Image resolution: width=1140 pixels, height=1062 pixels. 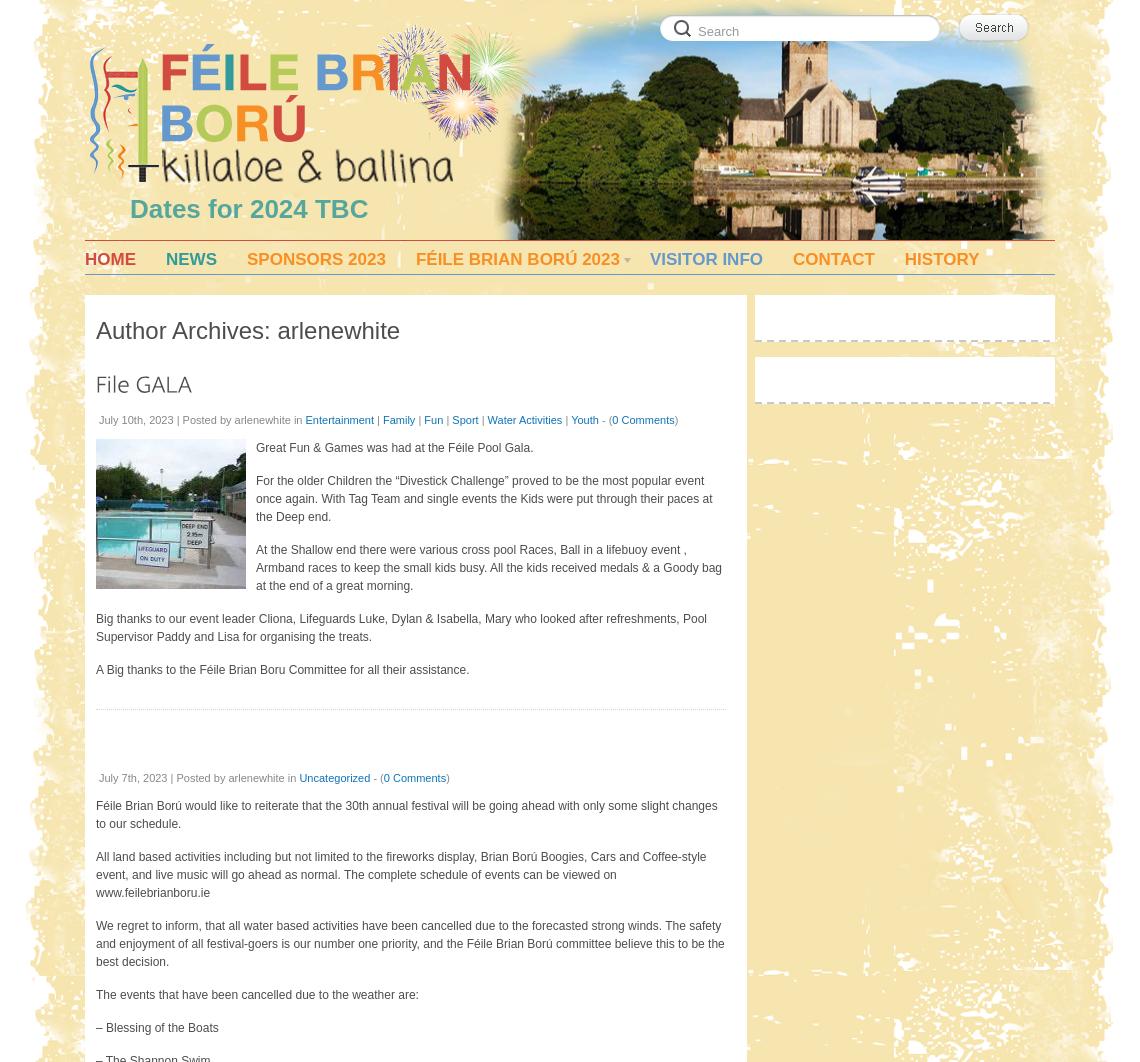 I want to click on 'A Big thanks to the Féile Brian Boru Committee for all their assistance.', so click(x=94, y=670).